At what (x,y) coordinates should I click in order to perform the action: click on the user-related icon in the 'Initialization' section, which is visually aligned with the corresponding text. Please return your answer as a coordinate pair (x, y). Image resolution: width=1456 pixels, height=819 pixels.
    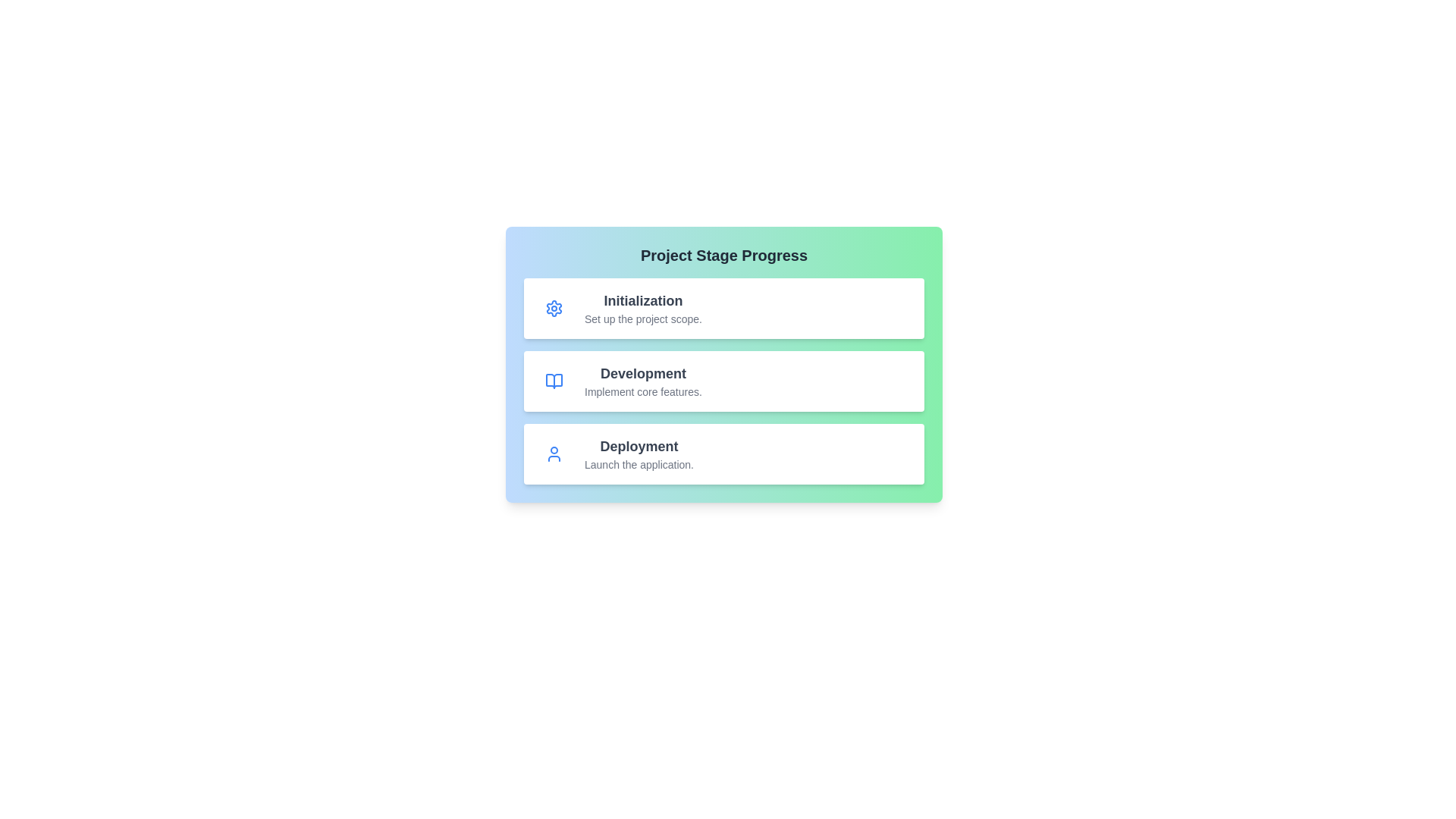
    Looking at the image, I should click on (553, 453).